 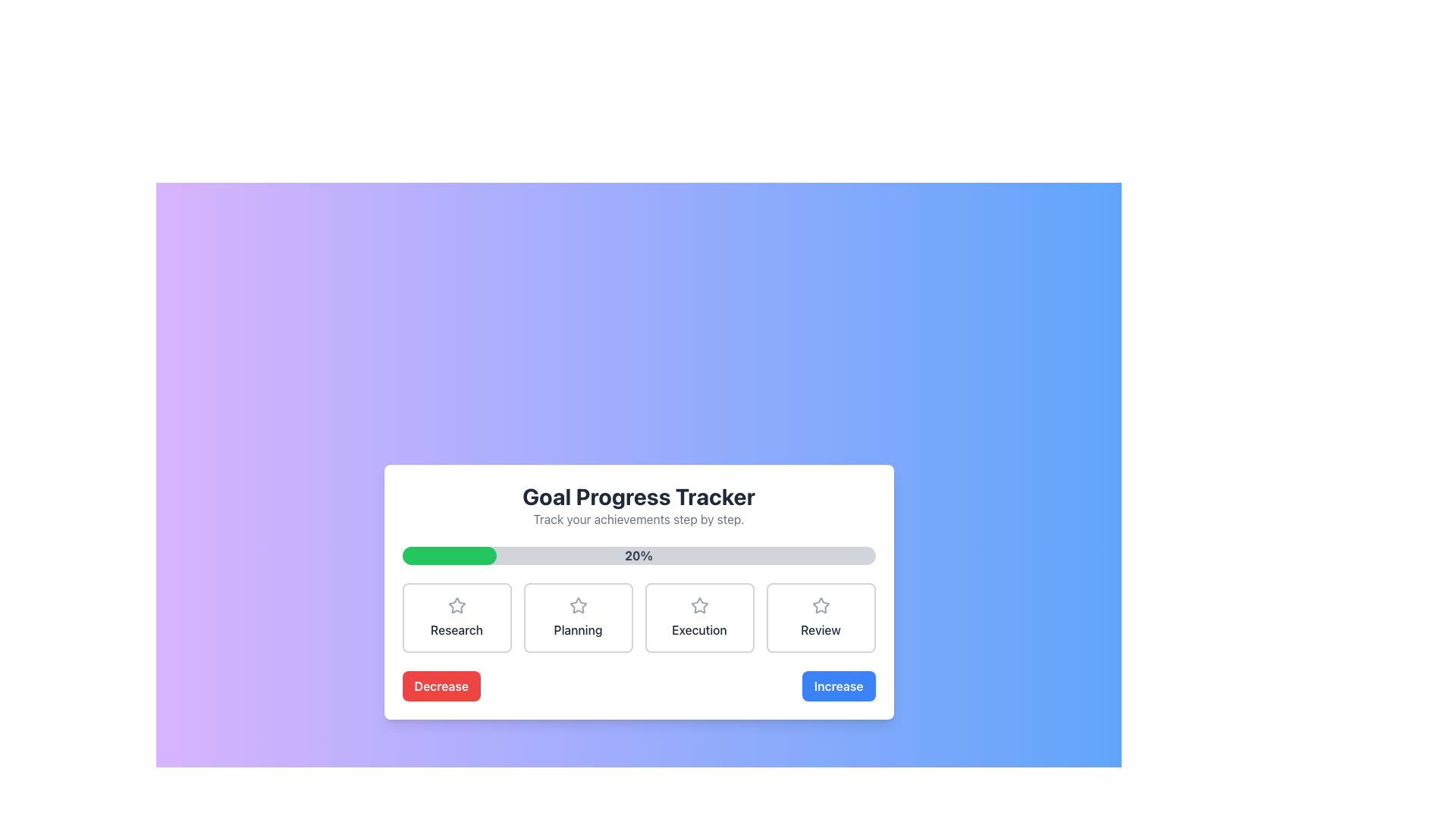 What do you see at coordinates (577, 617) in the screenshot?
I see `the 'Planning' informational element, which is the second item in a row of four, located between 'Research' and 'Execution'` at bounding box center [577, 617].